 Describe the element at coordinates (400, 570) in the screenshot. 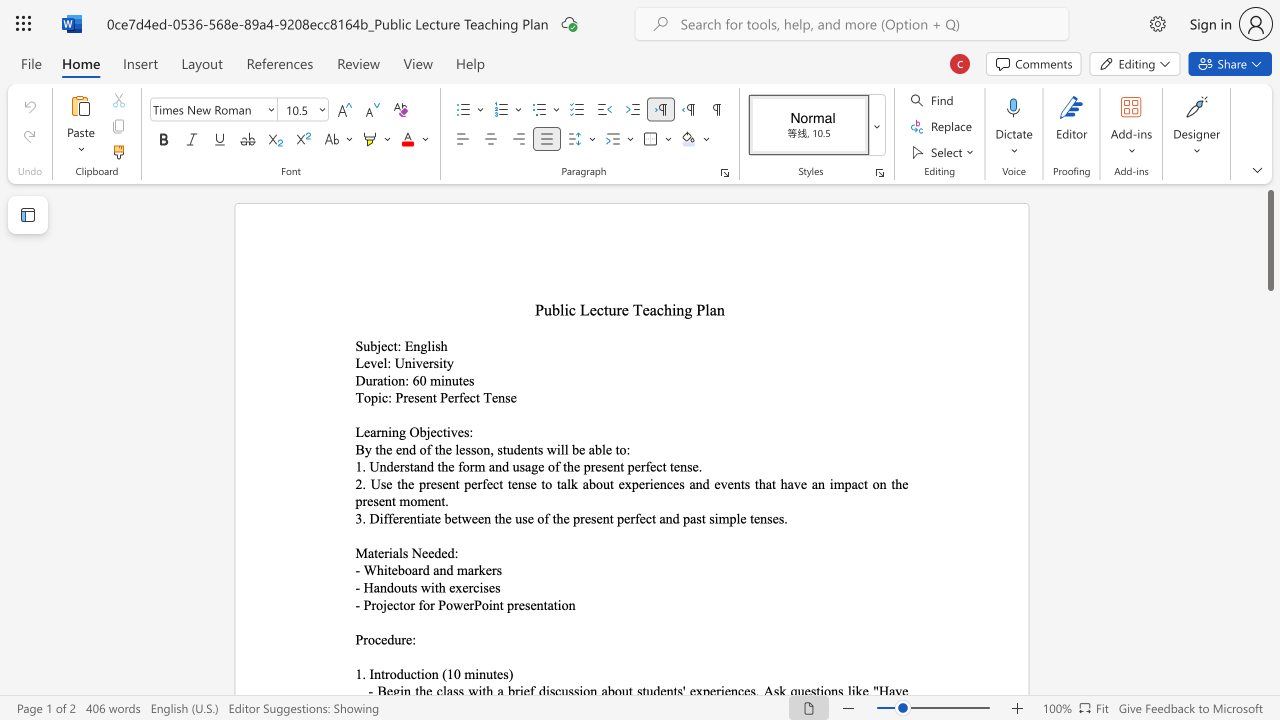

I see `the 1th character "b" in the text` at that location.